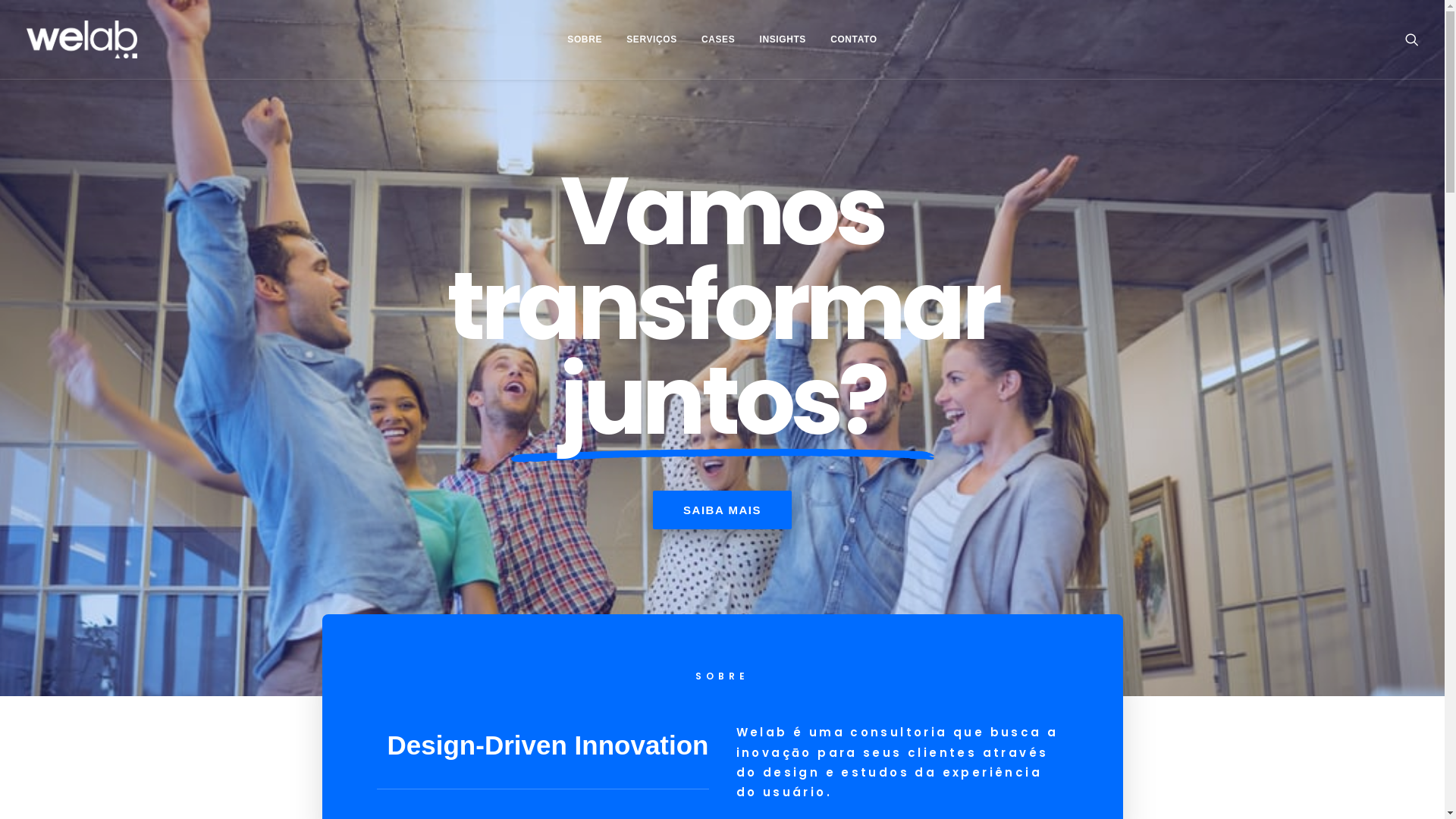 The width and height of the screenshot is (1456, 819). I want to click on 'SOBRE', so click(584, 38).